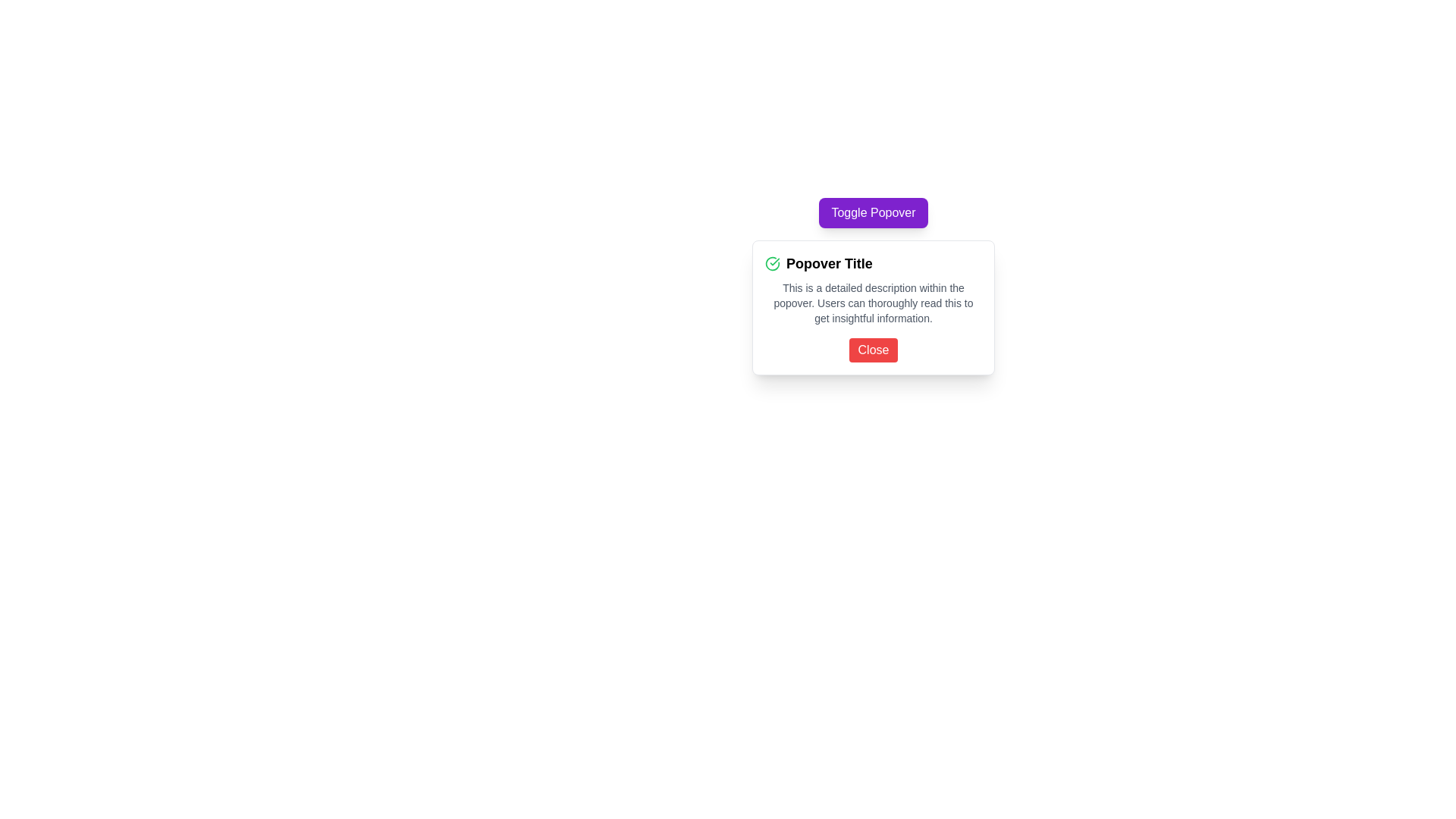  What do you see at coordinates (874, 307) in the screenshot?
I see `description of the Popover or Modal Component that contains a title 'Popover Title' and a detailed description, accessed by focusing on the central area of the modal` at bounding box center [874, 307].